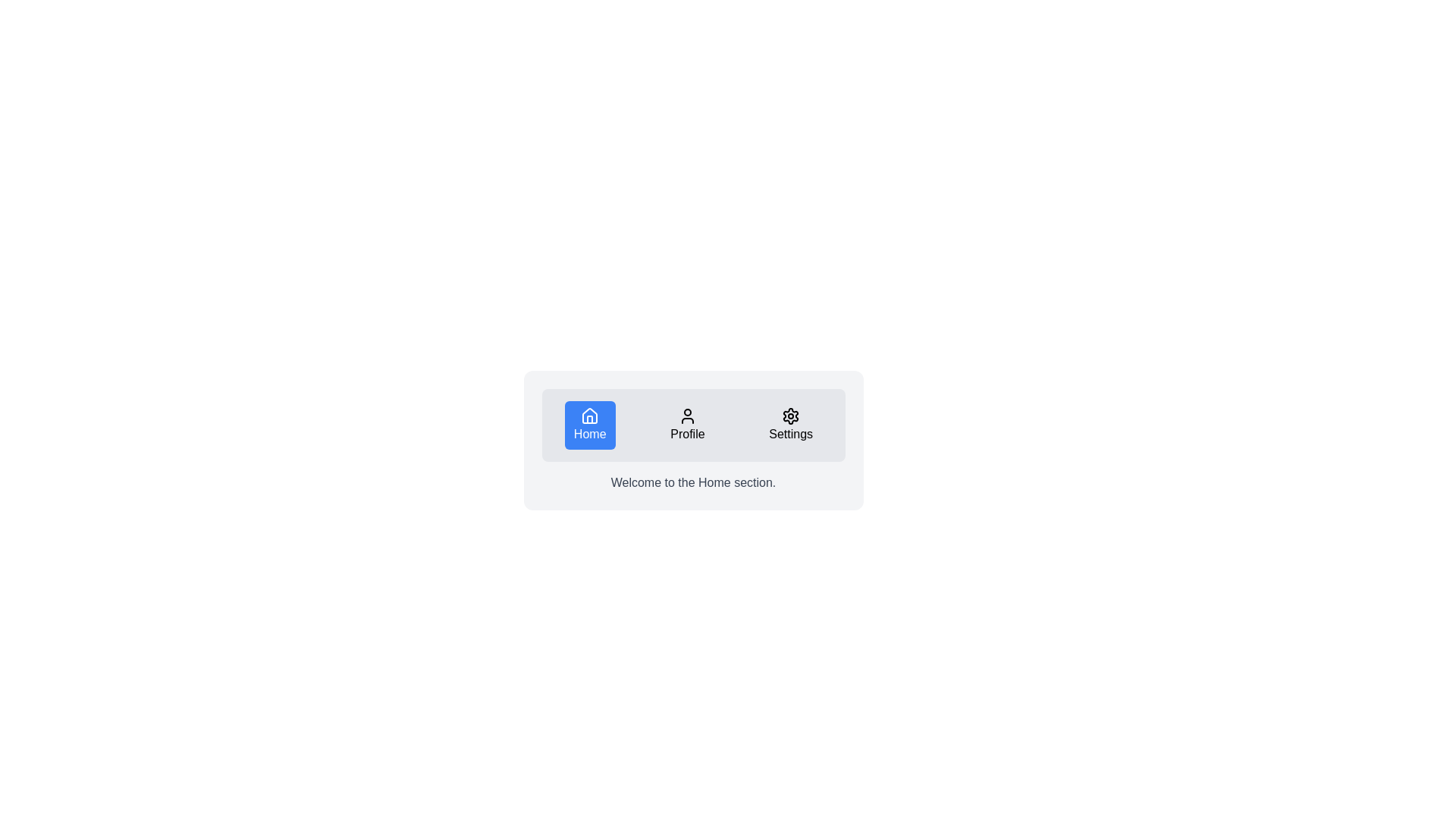 The width and height of the screenshot is (1456, 819). Describe the element at coordinates (790, 425) in the screenshot. I see `the 'Settings' button` at that location.